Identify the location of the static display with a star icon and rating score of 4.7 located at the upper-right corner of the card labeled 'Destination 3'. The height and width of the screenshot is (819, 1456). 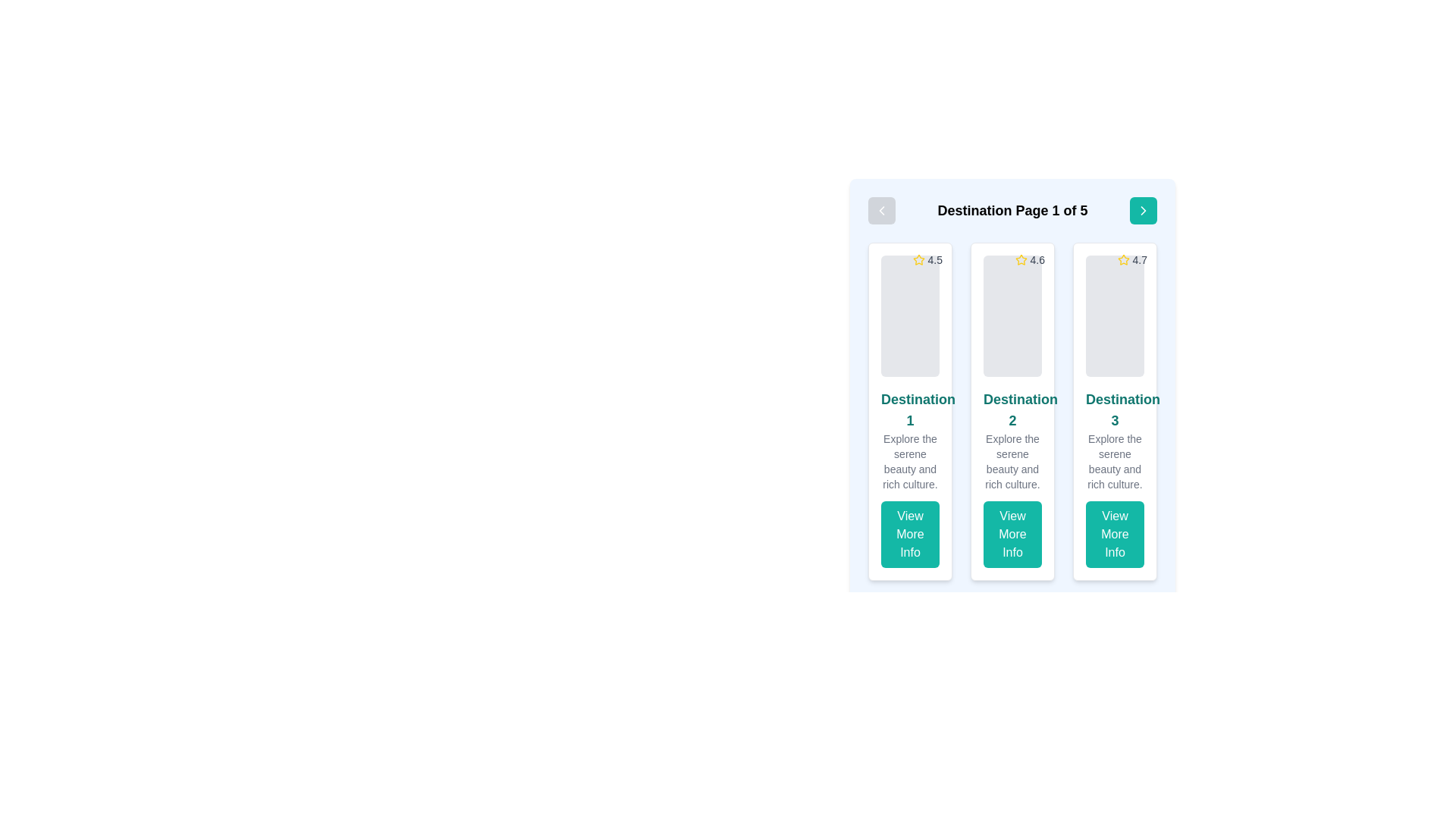
(1132, 259).